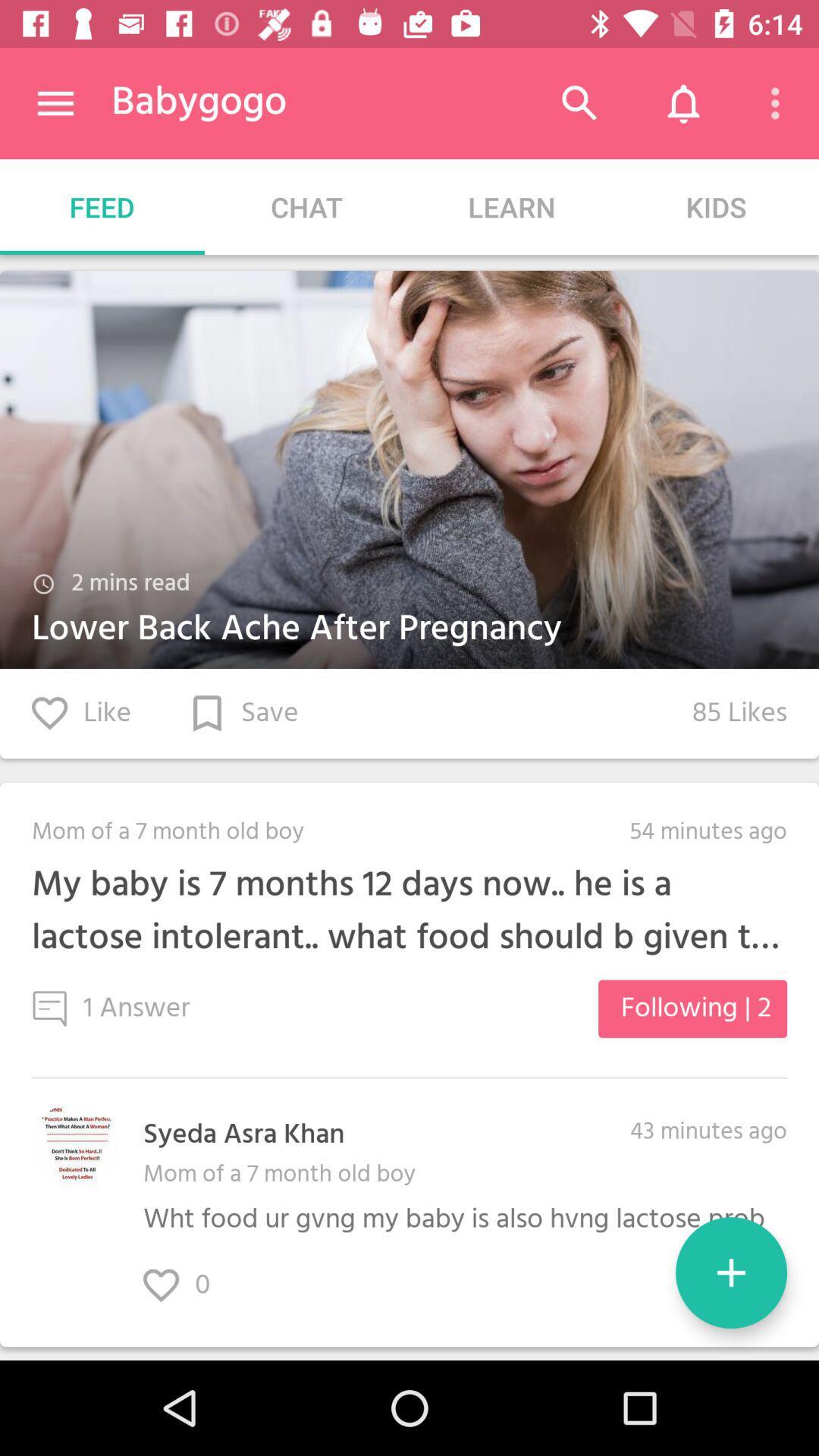 This screenshot has height=1456, width=819. What do you see at coordinates (192, 1285) in the screenshot?
I see `the 0 icon` at bounding box center [192, 1285].